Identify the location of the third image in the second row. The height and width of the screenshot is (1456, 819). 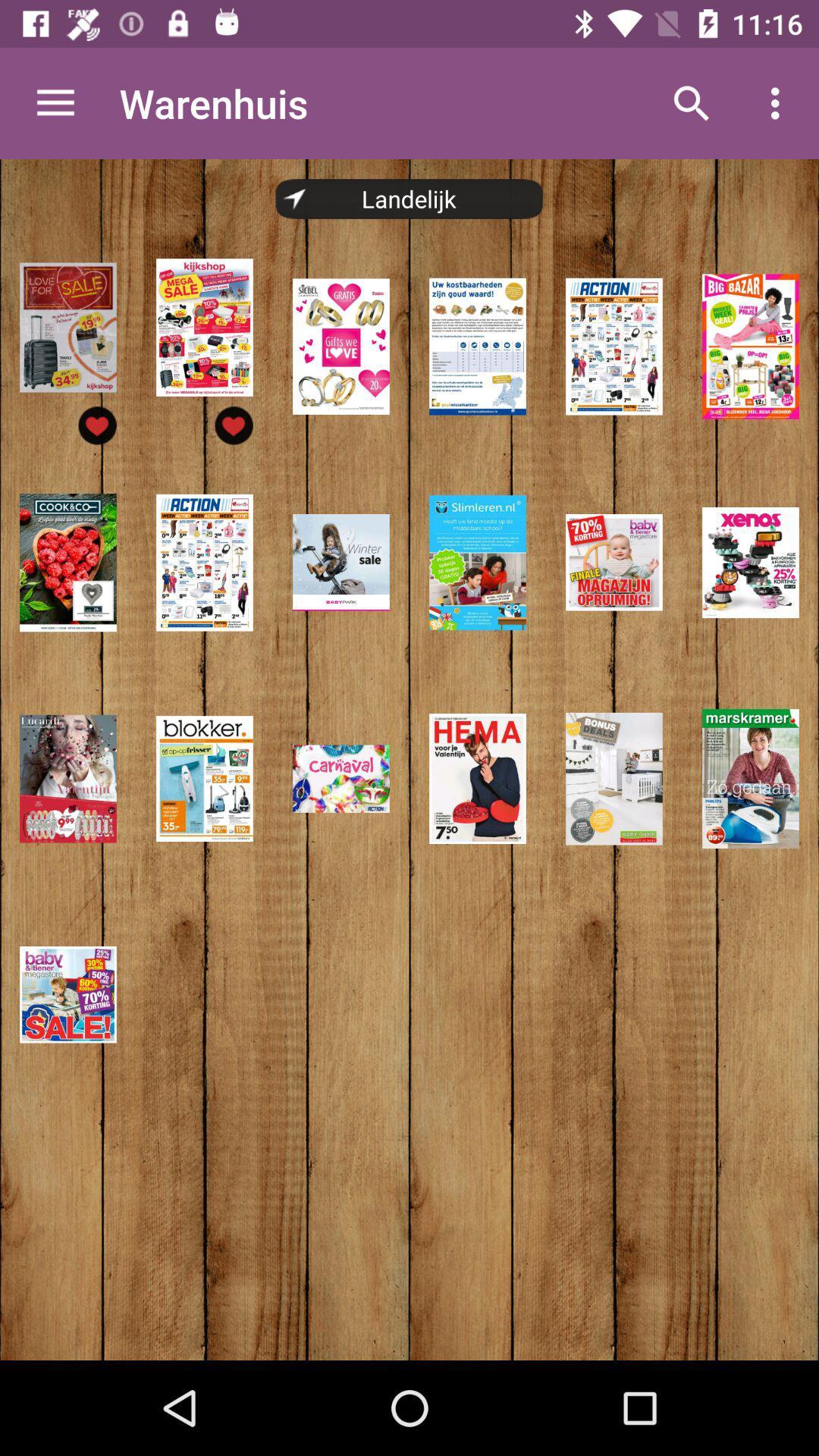
(341, 562).